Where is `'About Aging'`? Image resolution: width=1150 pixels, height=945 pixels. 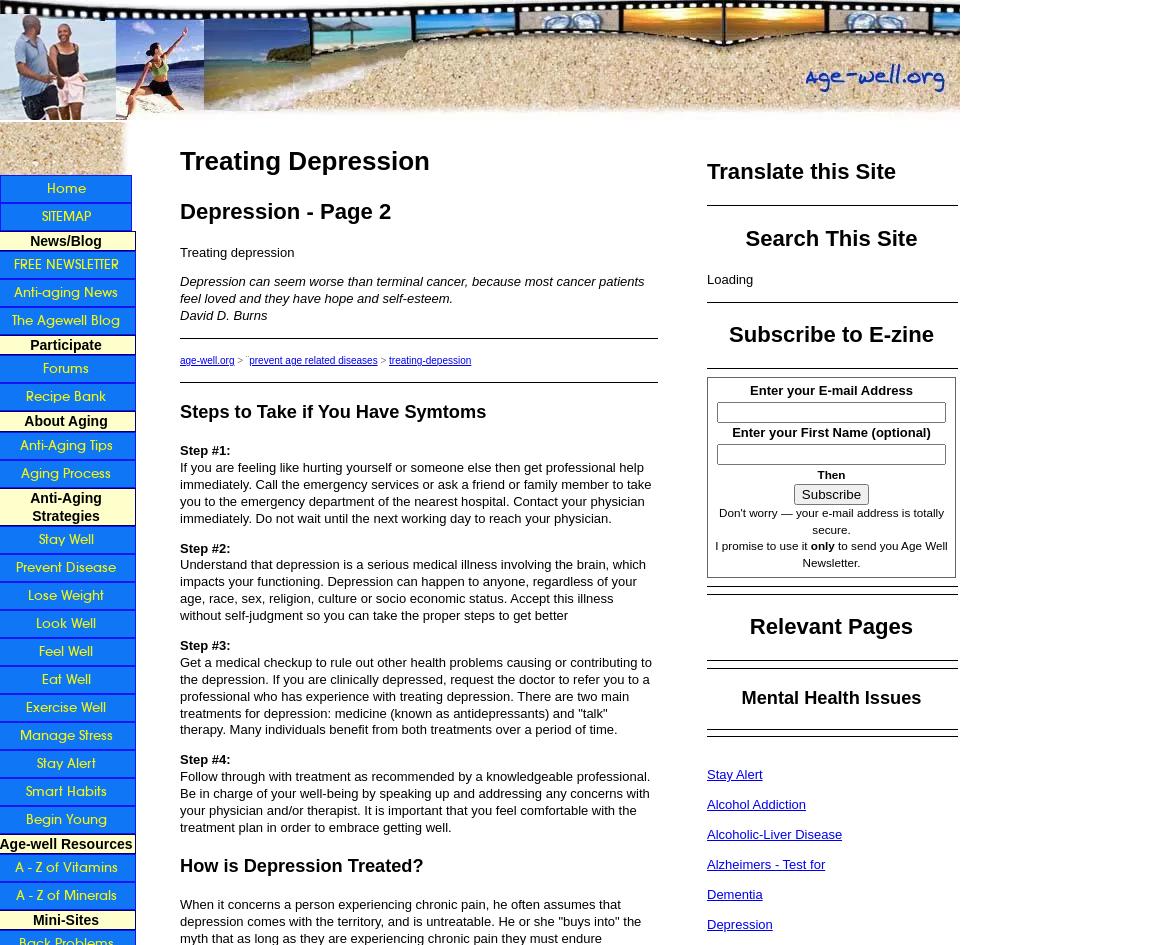
'About Aging' is located at coordinates (23, 420).